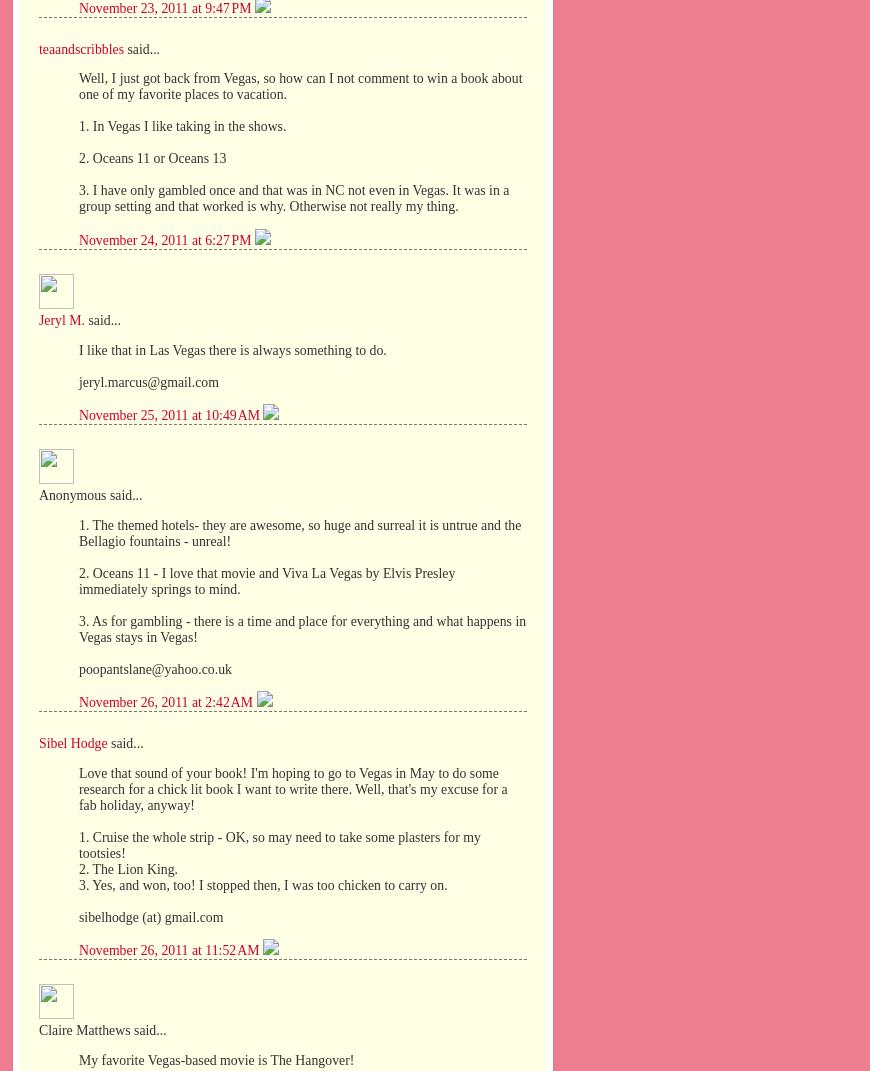 The width and height of the screenshot is (870, 1071). What do you see at coordinates (279, 844) in the screenshot?
I see `'1. Cruise the whole strip - OK, so may need to take some plasters for my tootsies!'` at bounding box center [279, 844].